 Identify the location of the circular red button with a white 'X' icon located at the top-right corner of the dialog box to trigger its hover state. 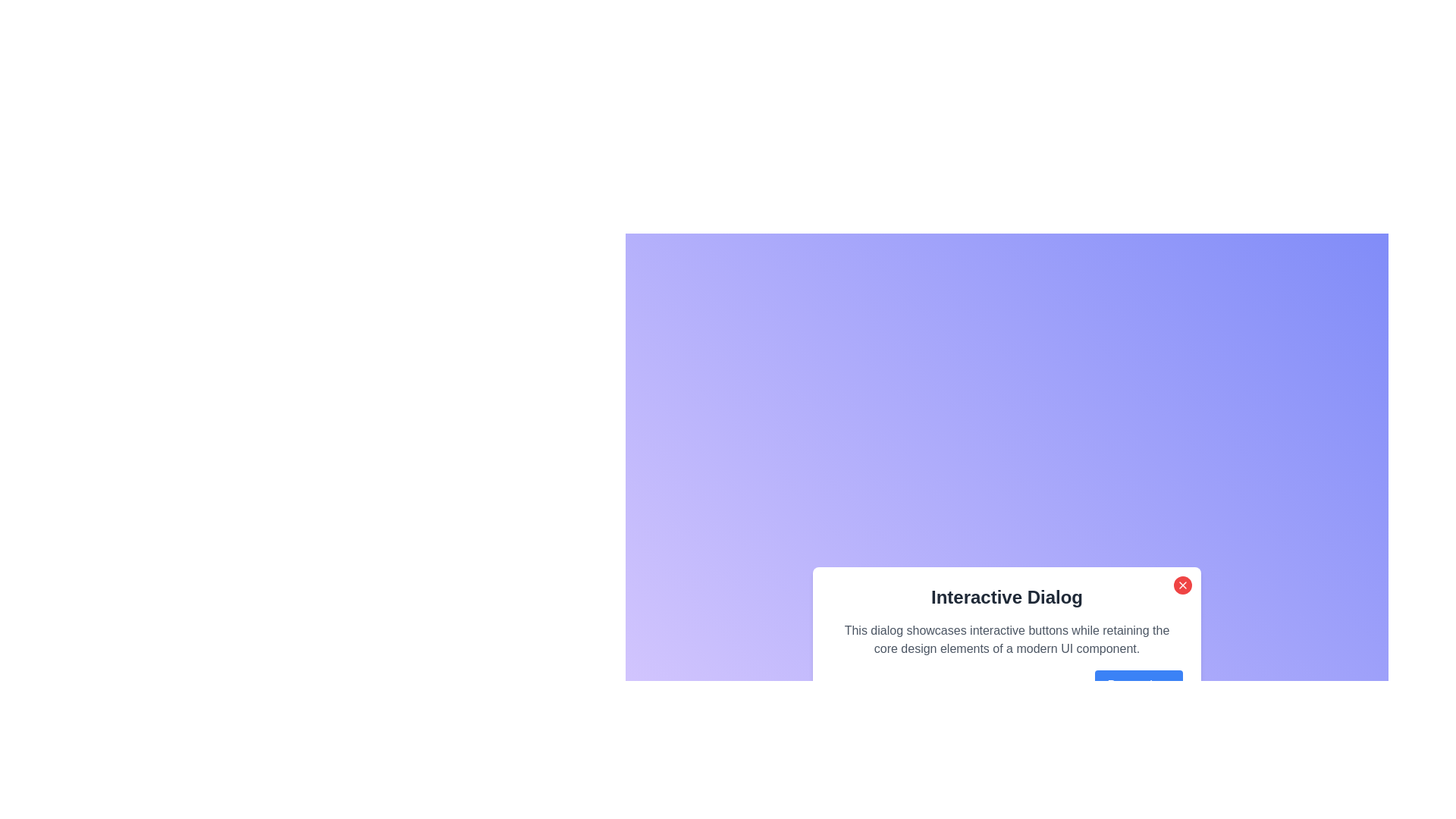
(1182, 584).